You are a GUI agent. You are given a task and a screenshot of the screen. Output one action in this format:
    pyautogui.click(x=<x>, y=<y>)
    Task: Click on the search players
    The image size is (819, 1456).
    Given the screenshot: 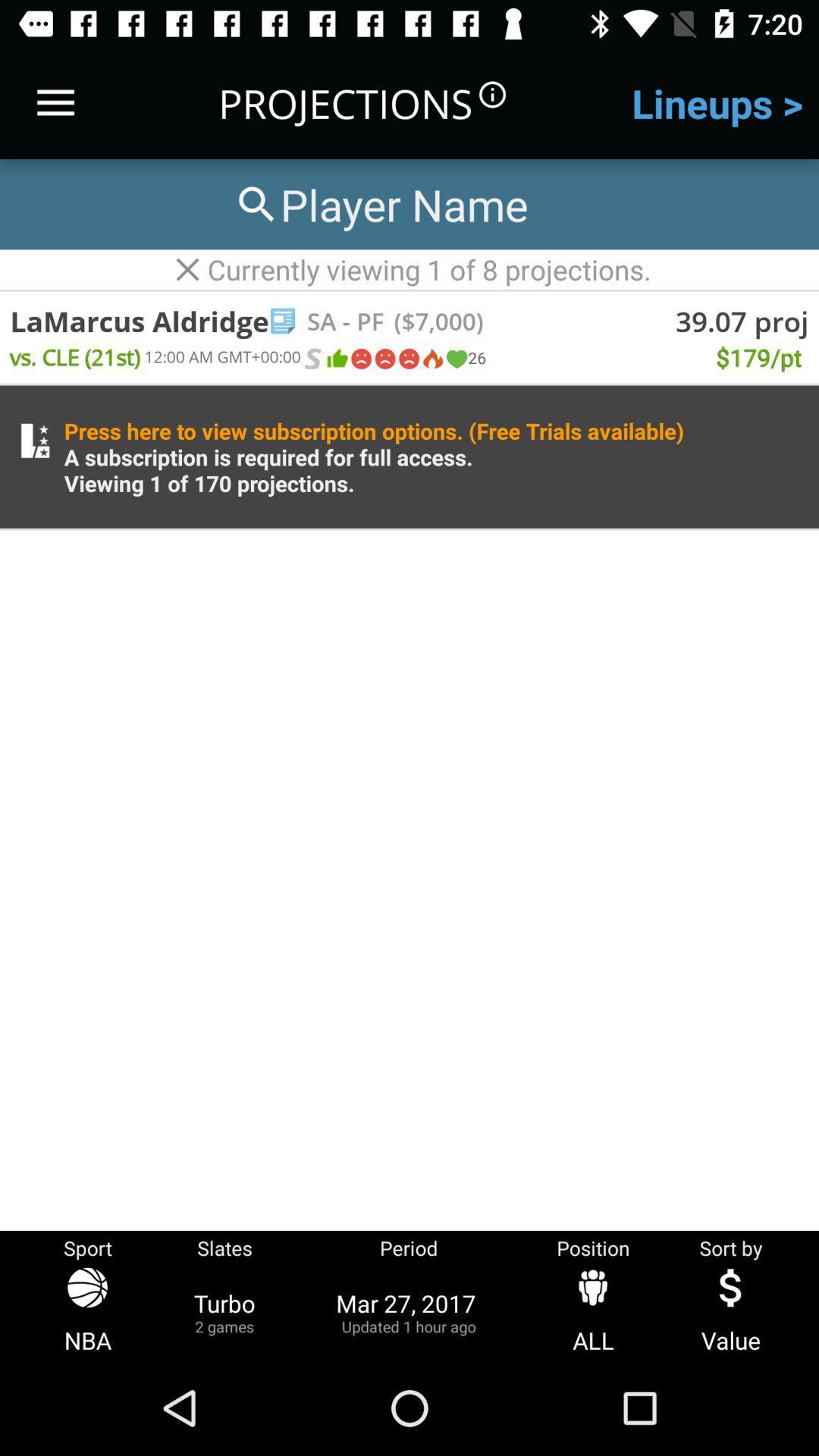 What is the action you would take?
    pyautogui.click(x=379, y=203)
    